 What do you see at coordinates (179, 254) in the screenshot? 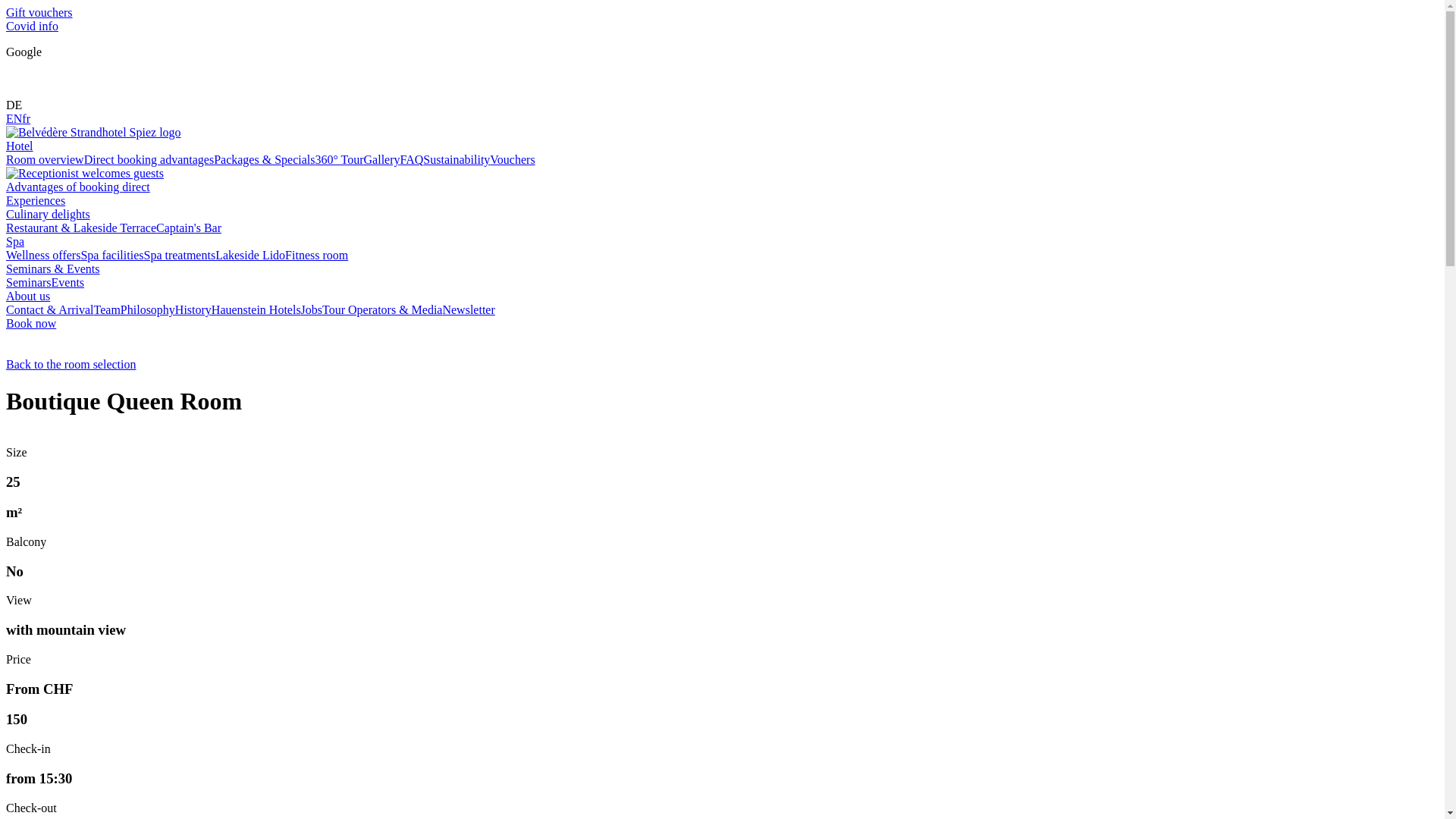
I see `'Spa treatments'` at bounding box center [179, 254].